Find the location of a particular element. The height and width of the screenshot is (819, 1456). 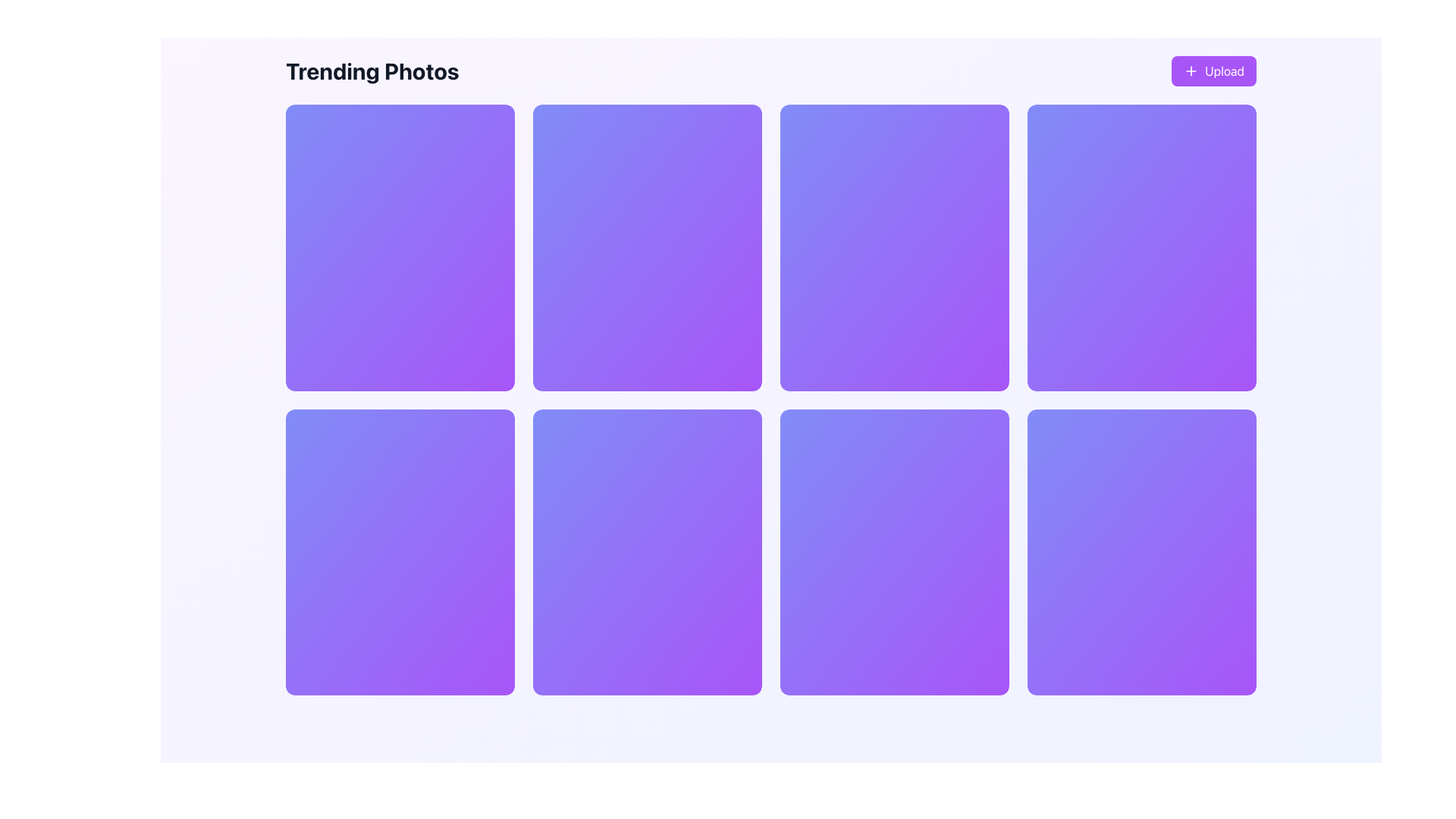

the action buttons located in the top-right corner of the bottom-right card in the grid layout is located at coordinates (1200, 432).